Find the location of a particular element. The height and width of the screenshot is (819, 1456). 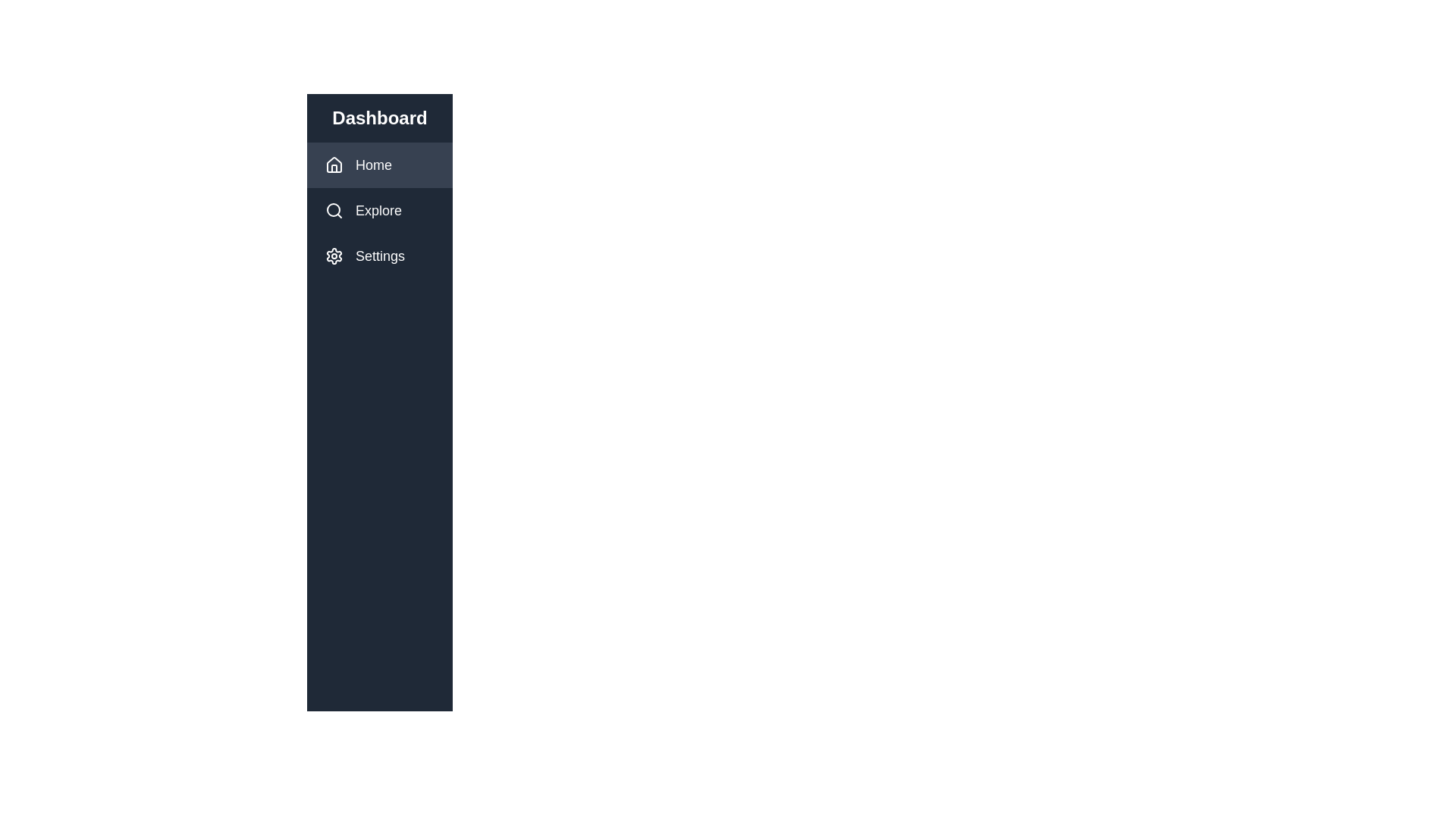

the 'Home' button, which is the first button in the vertical navigation menu is located at coordinates (379, 165).